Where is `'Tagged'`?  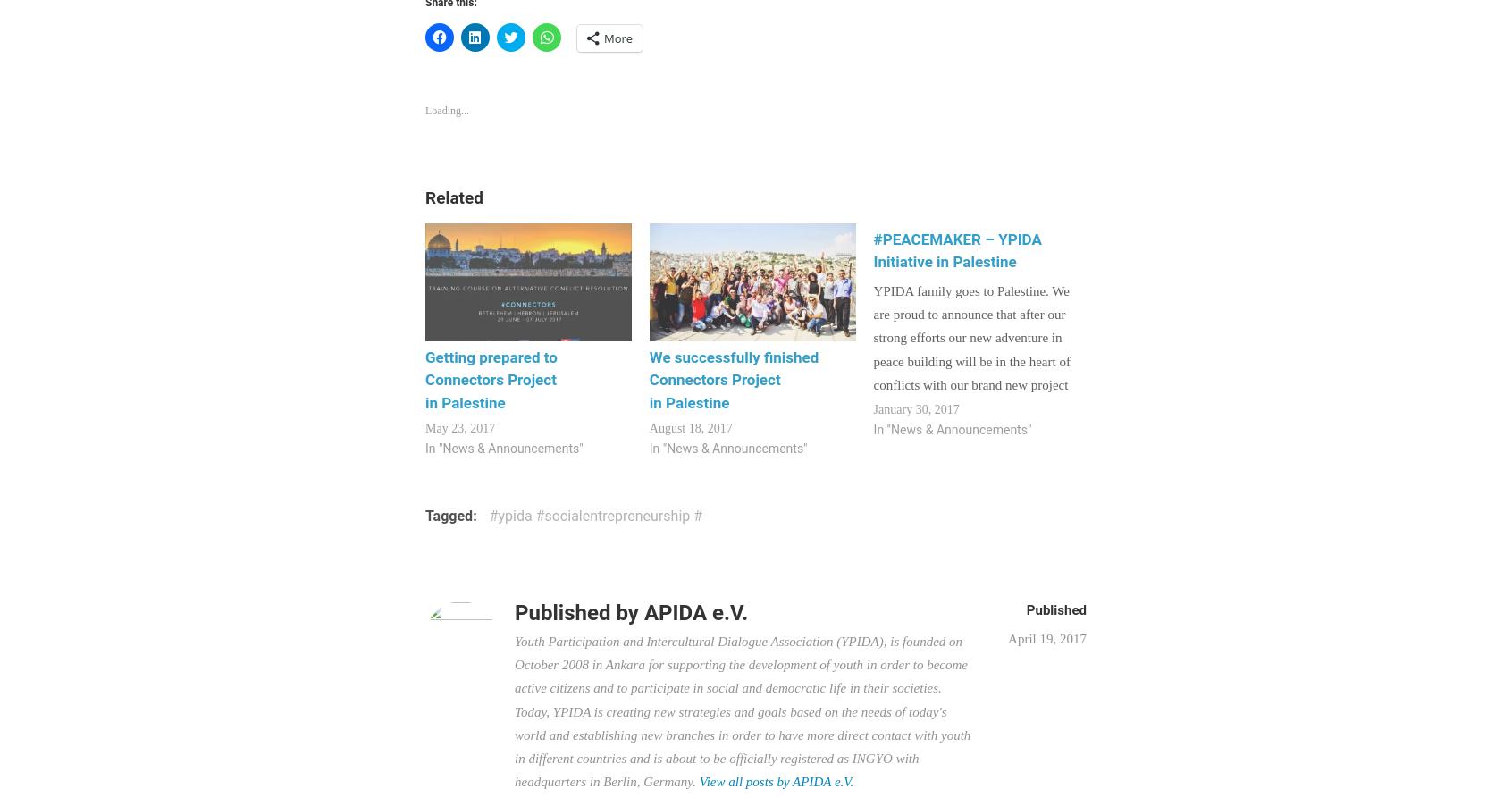 'Tagged' is located at coordinates (449, 515).